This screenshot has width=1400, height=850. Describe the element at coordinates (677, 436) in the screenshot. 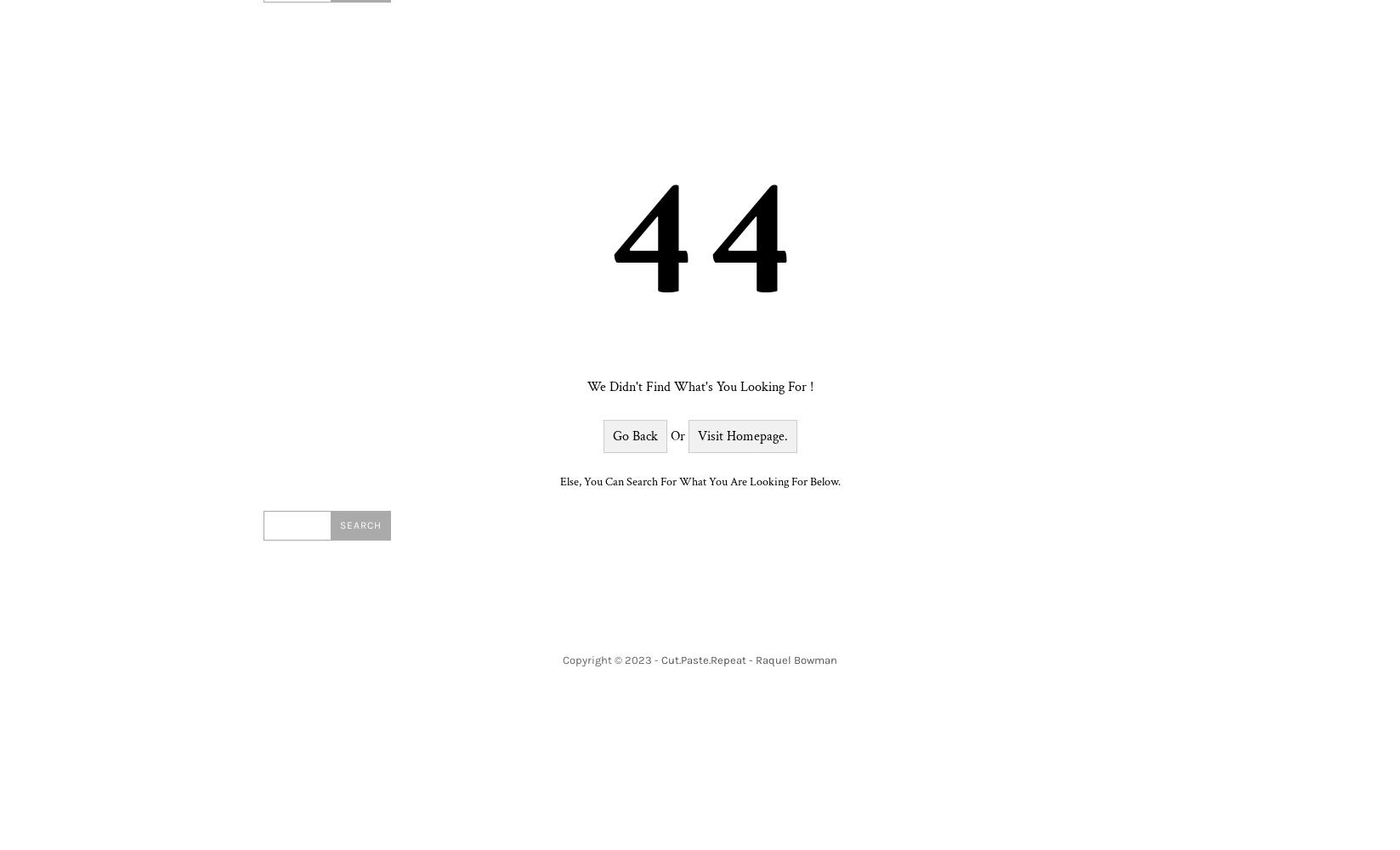

I see `'or'` at that location.